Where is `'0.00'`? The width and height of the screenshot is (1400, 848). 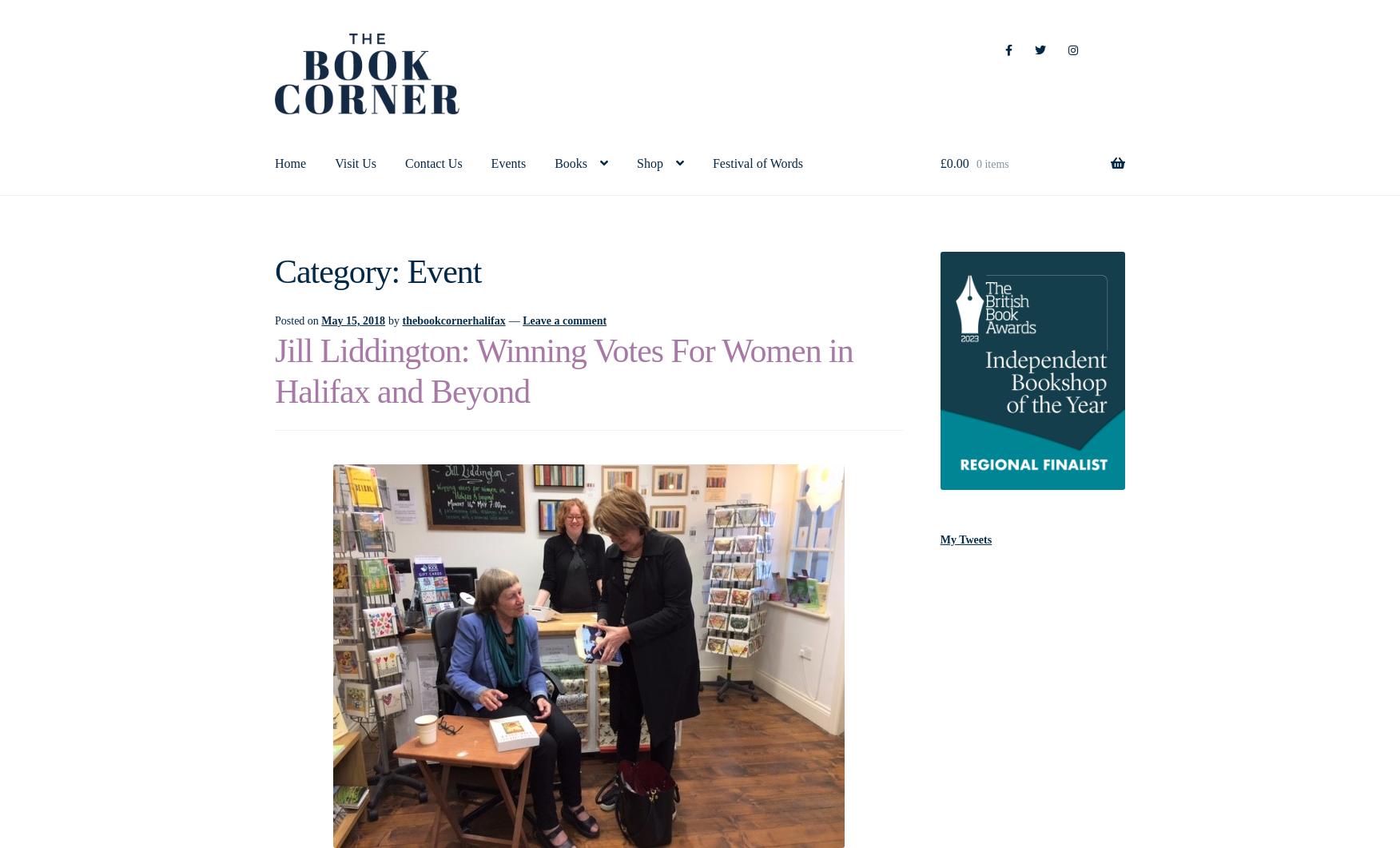
'0.00' is located at coordinates (957, 161).